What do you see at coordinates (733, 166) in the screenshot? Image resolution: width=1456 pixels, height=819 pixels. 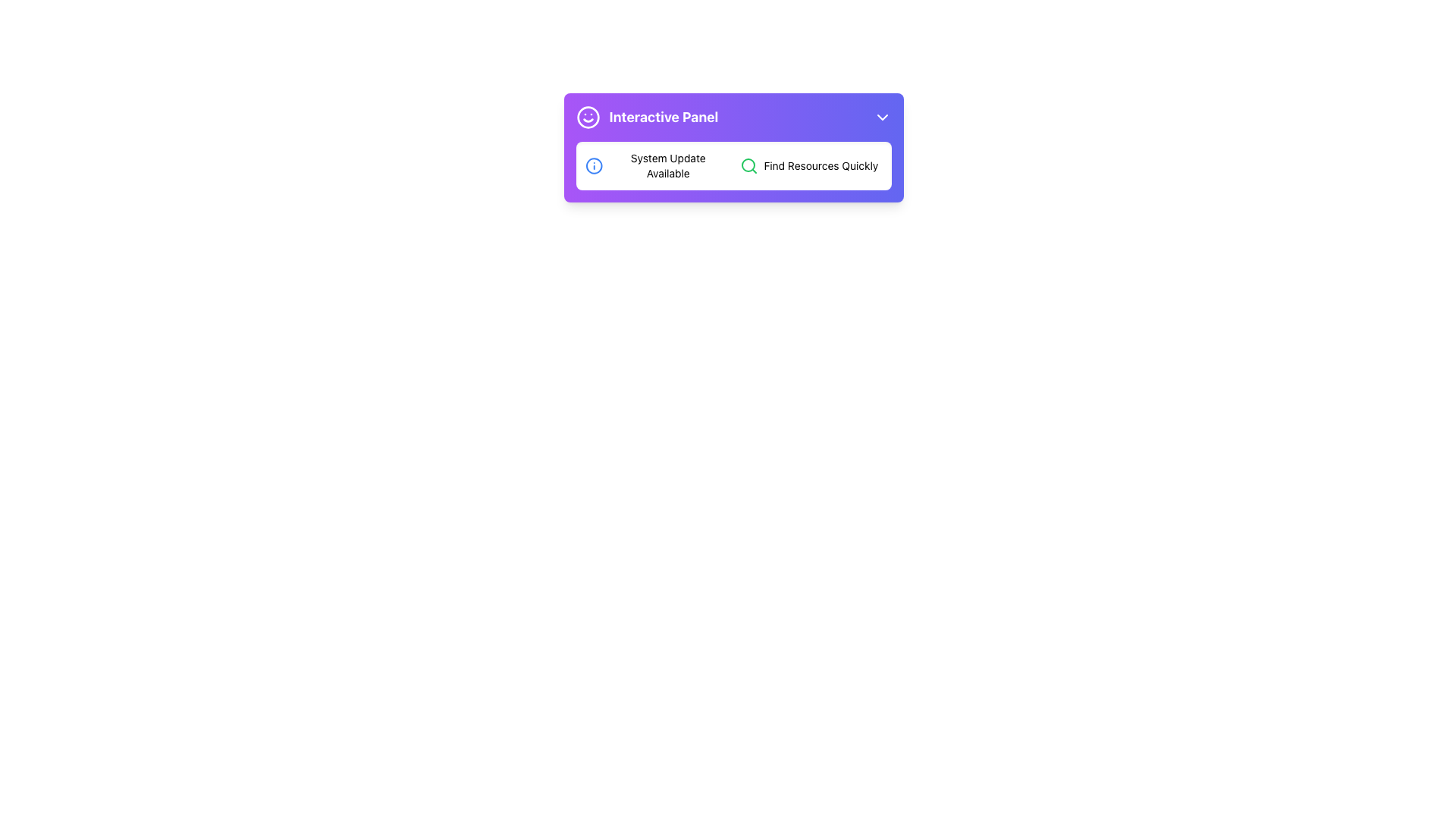 I see `the information icon and magnifying glass icon in the Information display` at bounding box center [733, 166].